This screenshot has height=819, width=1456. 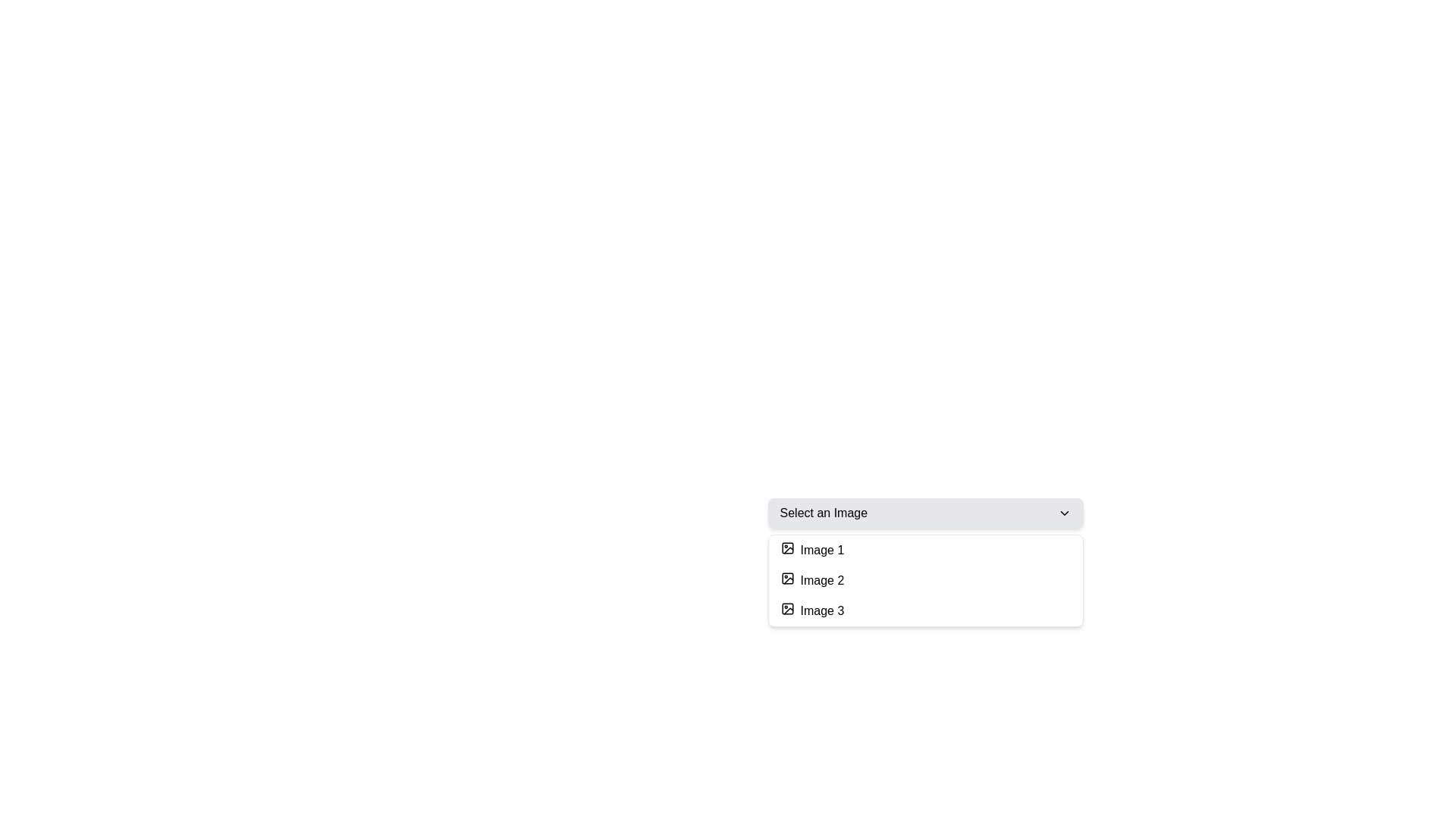 I want to click on the dropdown menu labeled 'Select an Image', so click(x=924, y=593).